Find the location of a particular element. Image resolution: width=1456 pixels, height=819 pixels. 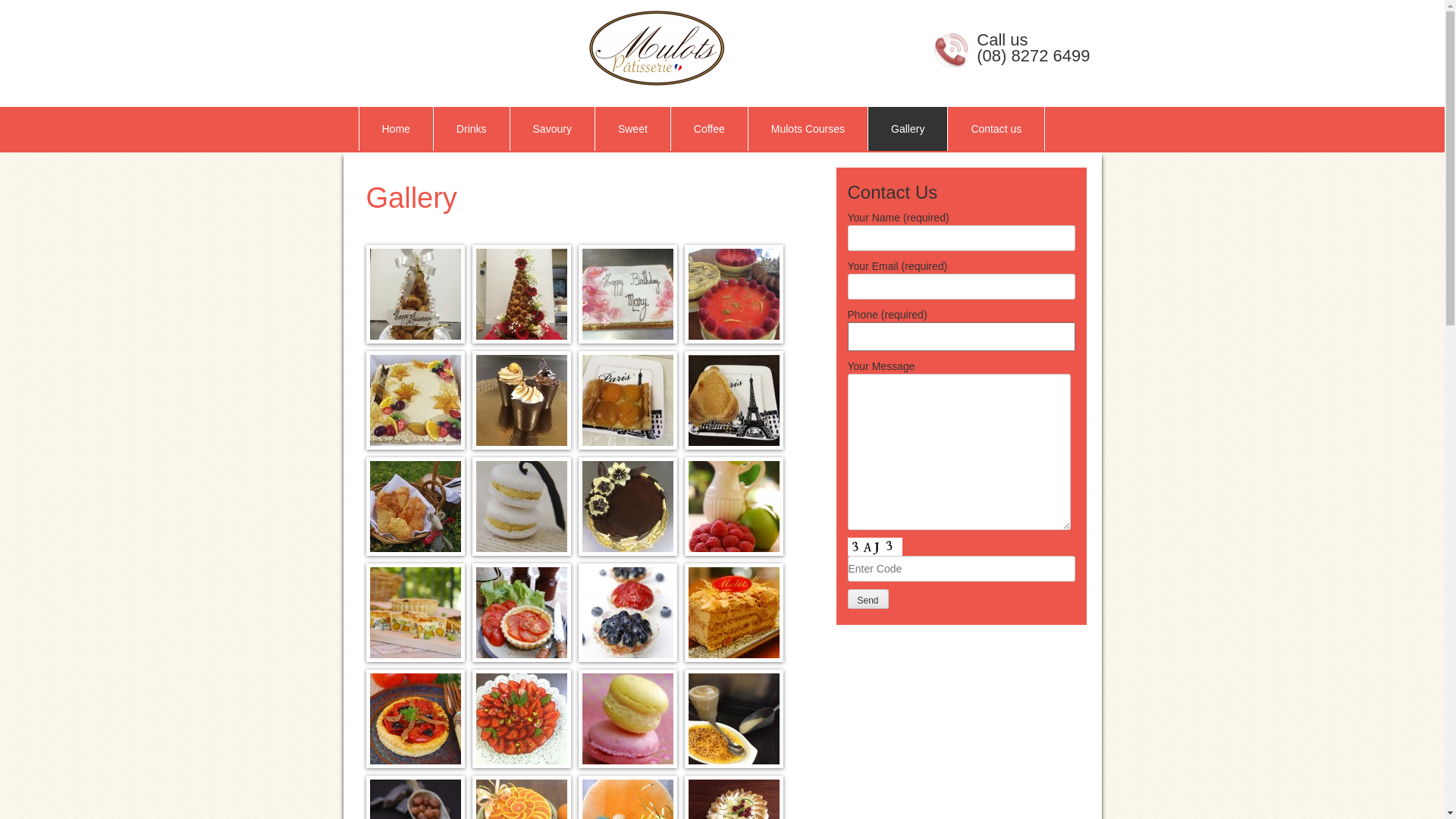

'Savoury' is located at coordinates (510, 127).